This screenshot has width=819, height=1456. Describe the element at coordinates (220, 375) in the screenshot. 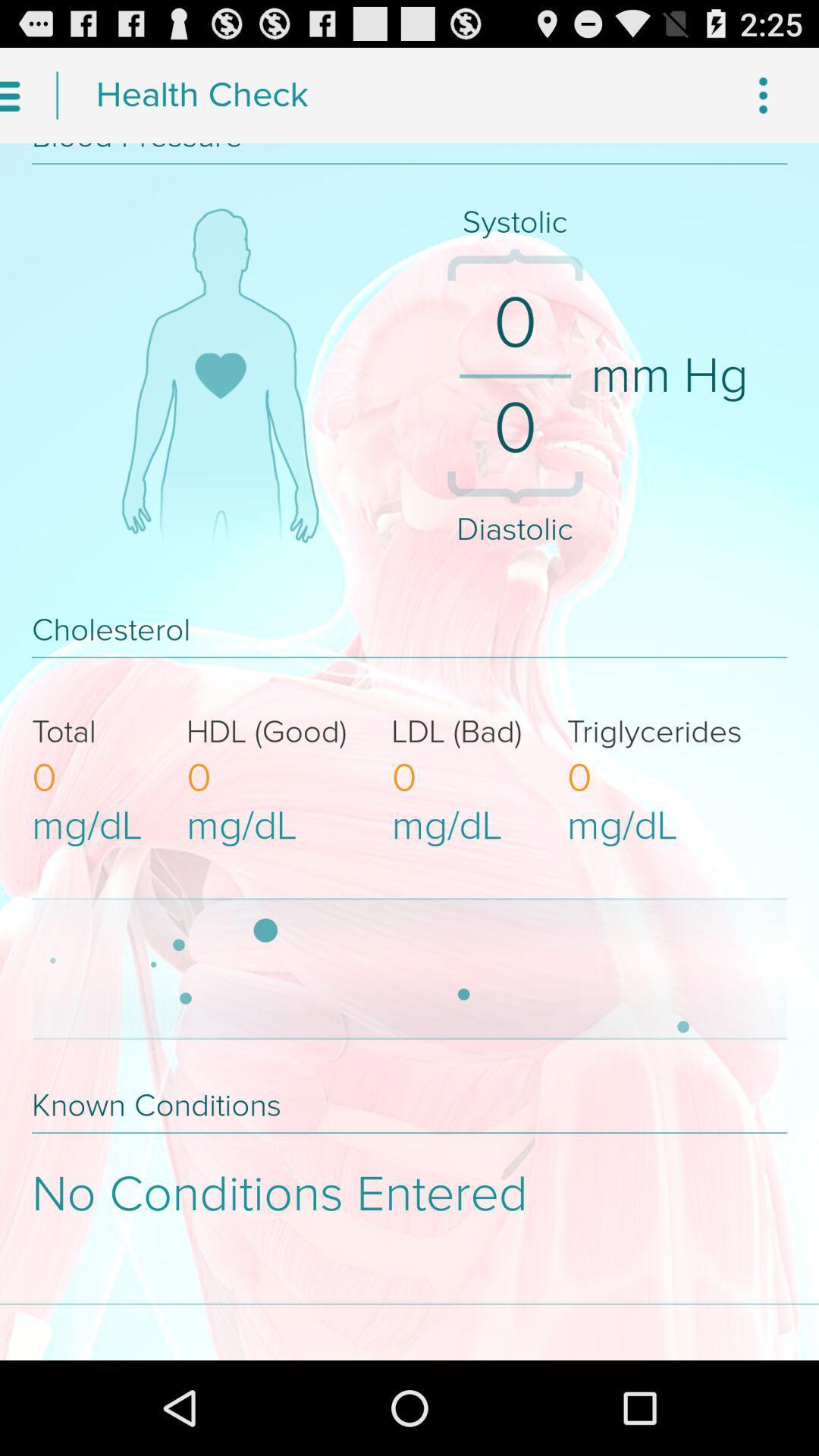

I see `the like symbol present on human body` at that location.